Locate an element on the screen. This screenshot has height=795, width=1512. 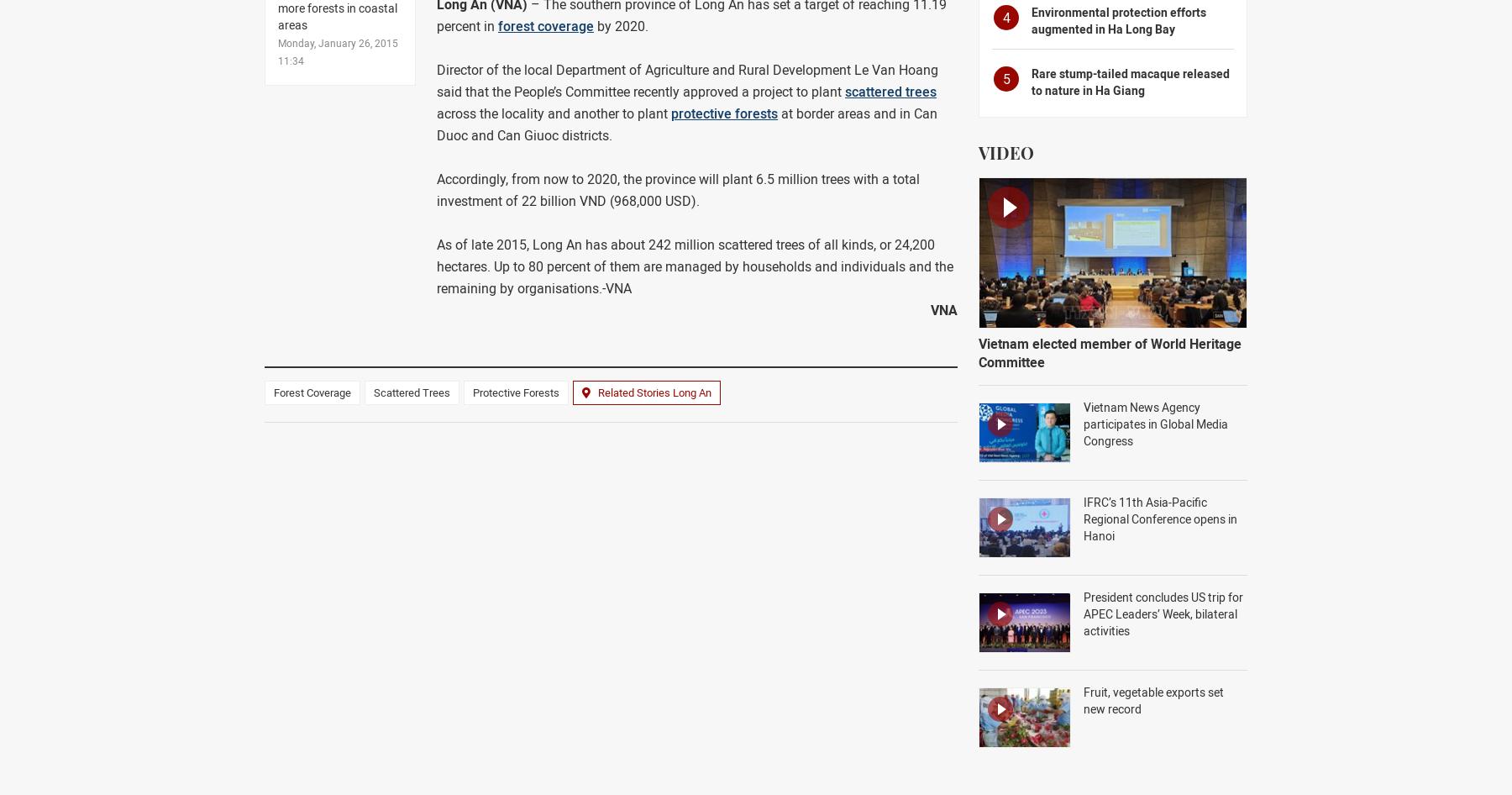
'IFRC’s 11th Asia-Pacific Regional Conference opens in Hanoi' is located at coordinates (1159, 518).